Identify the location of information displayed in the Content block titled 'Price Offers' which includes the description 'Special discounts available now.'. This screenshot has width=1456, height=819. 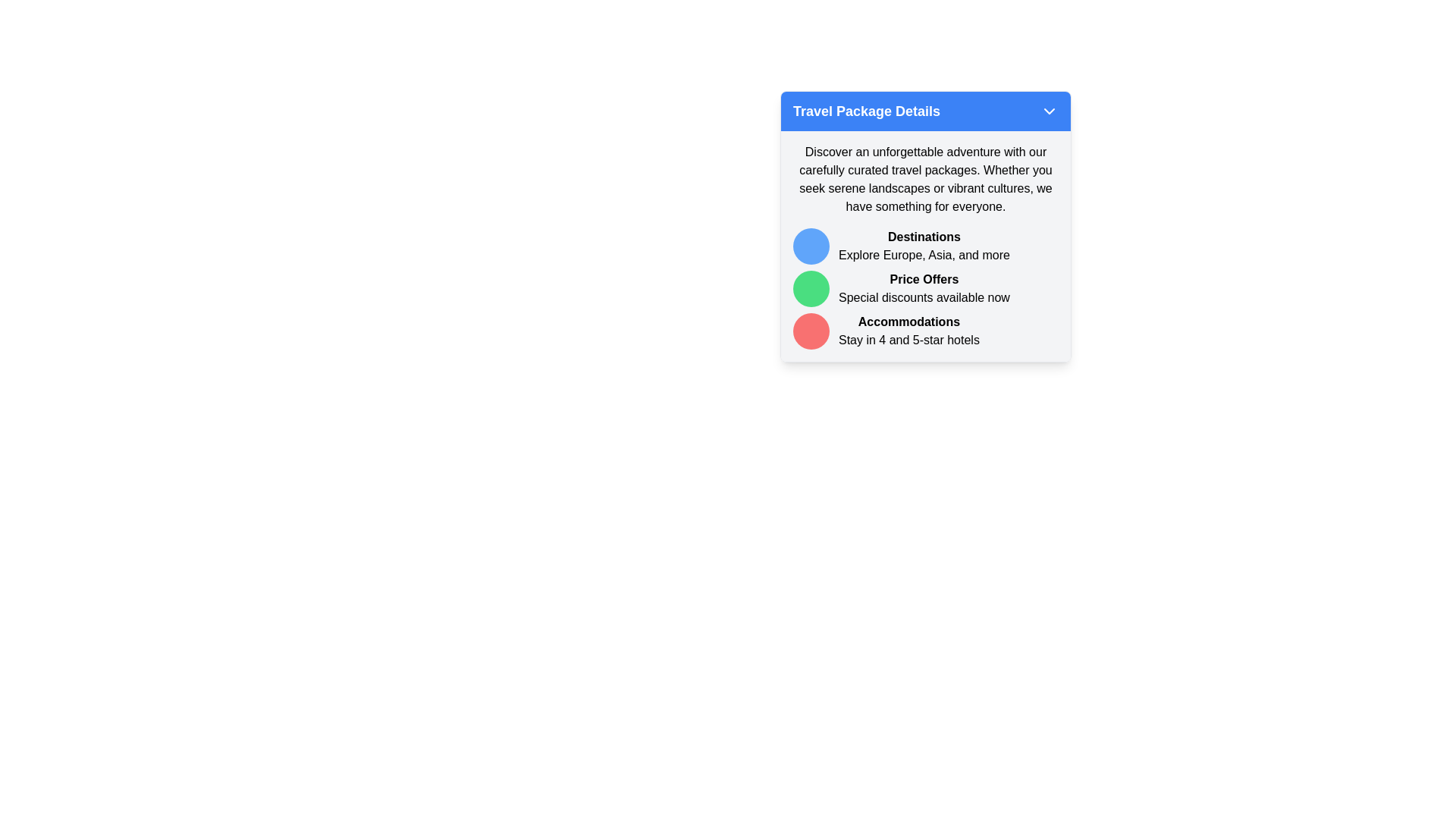
(924, 289).